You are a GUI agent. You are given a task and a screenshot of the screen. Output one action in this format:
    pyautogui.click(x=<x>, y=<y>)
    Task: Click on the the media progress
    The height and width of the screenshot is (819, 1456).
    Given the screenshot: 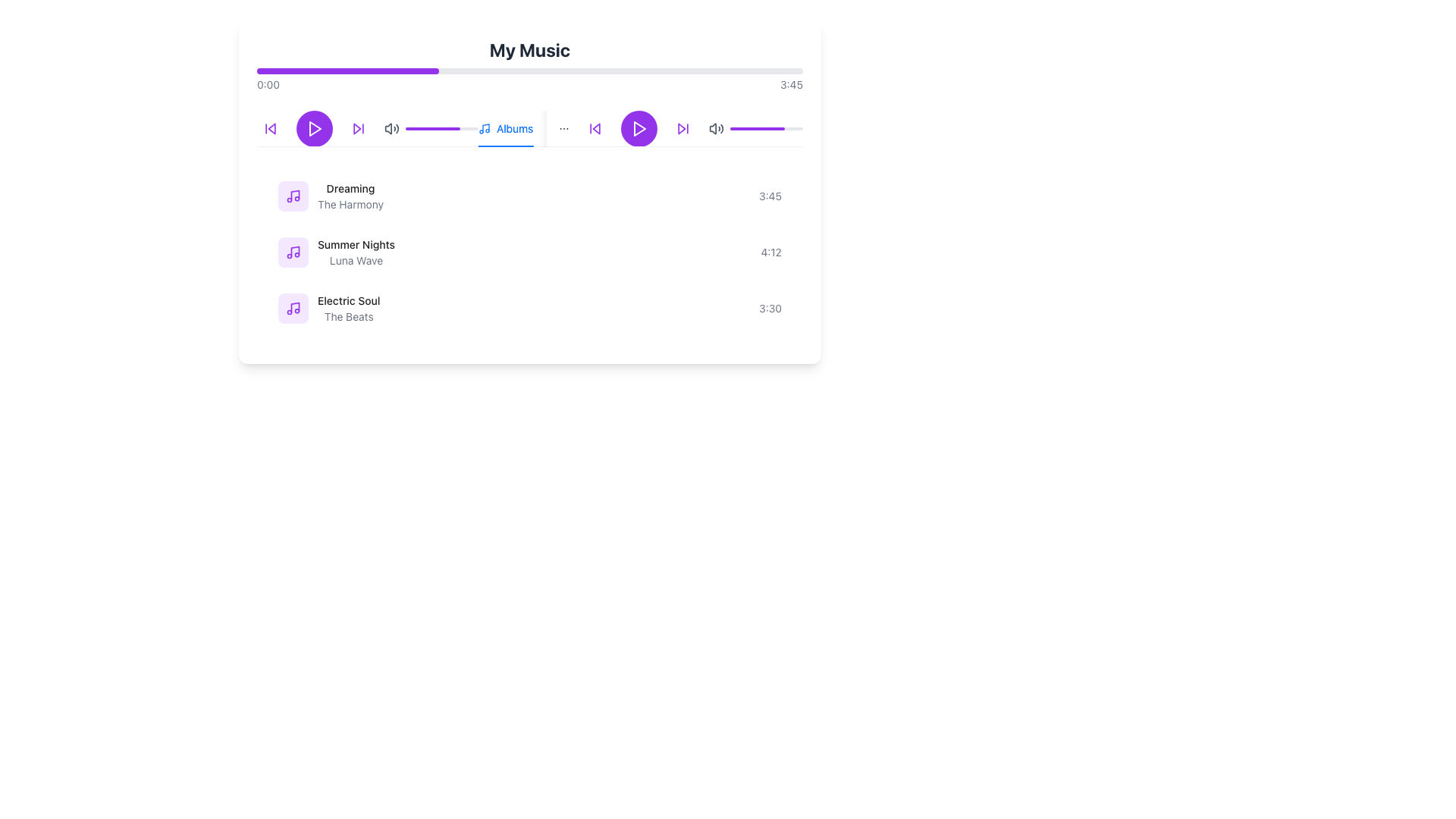 What is the action you would take?
    pyautogui.click(x=404, y=71)
    